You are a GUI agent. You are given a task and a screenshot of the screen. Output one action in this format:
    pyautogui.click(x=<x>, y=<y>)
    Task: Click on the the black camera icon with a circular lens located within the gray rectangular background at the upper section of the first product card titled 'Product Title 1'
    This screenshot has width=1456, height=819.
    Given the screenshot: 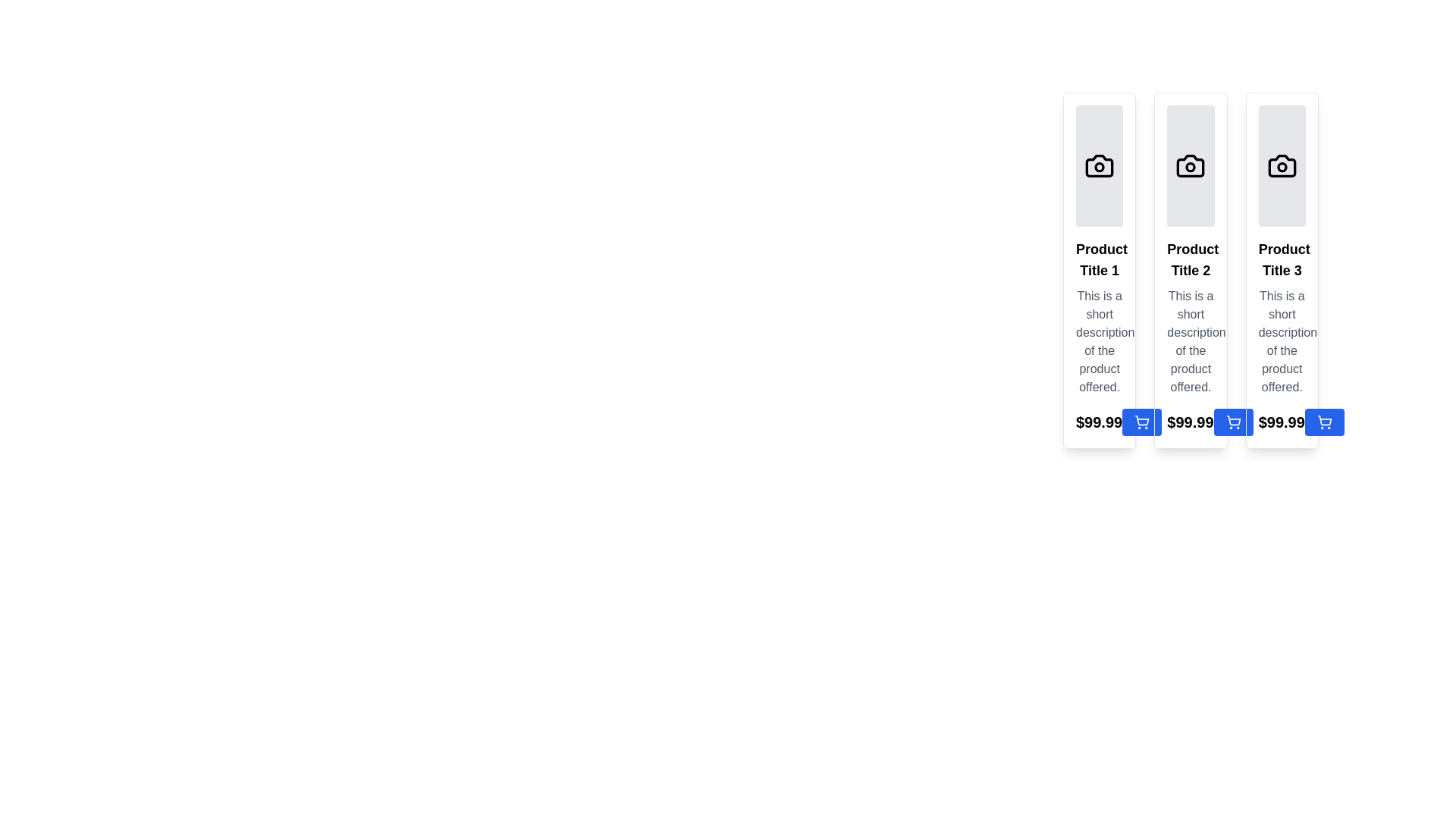 What is the action you would take?
    pyautogui.click(x=1100, y=166)
    